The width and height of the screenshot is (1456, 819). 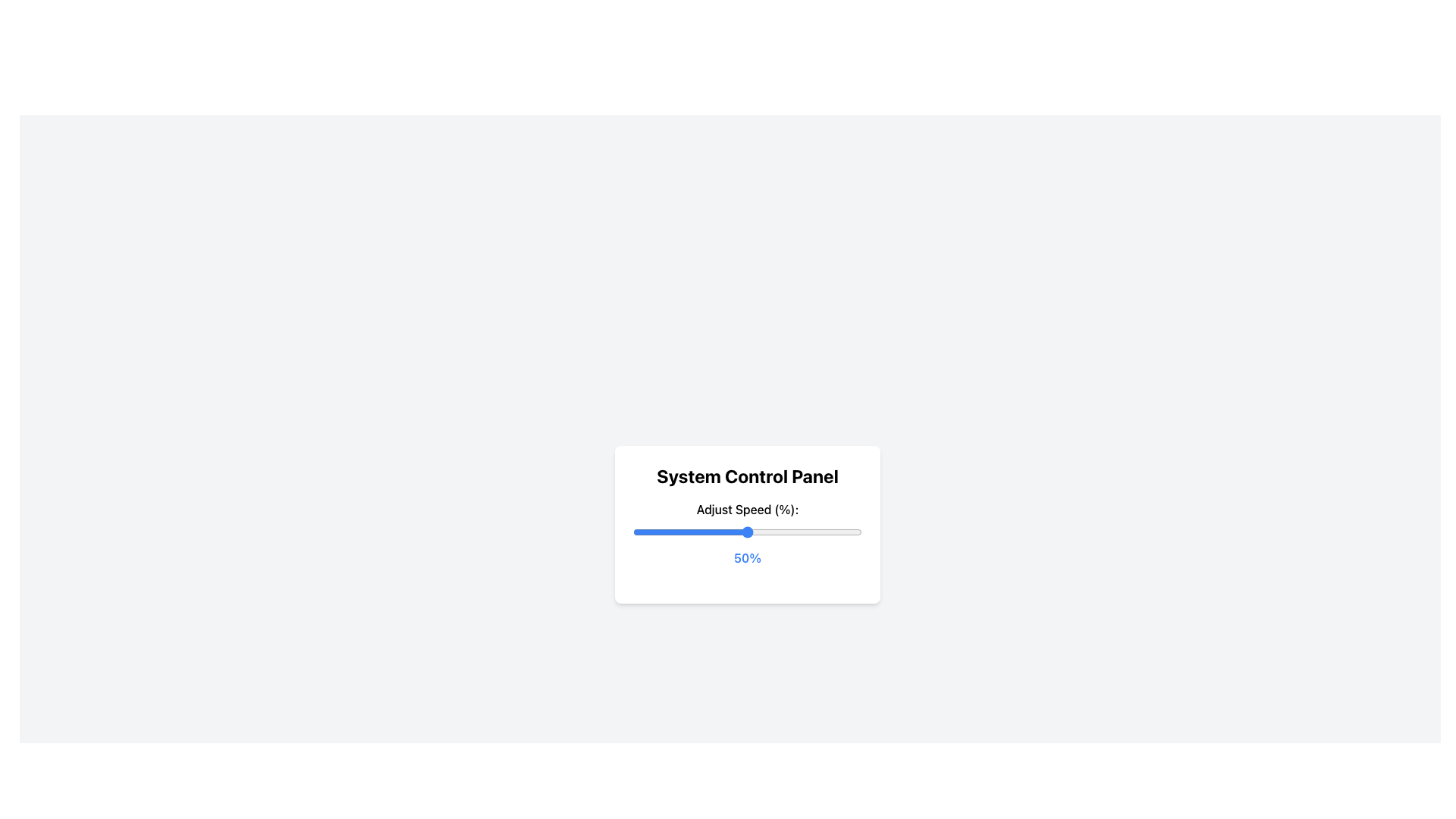 What do you see at coordinates (747, 533) in the screenshot?
I see `the Slider control labeled 'Adjust Speed (%)' which displays the current value as '50%' and is styled with a blue accent` at bounding box center [747, 533].